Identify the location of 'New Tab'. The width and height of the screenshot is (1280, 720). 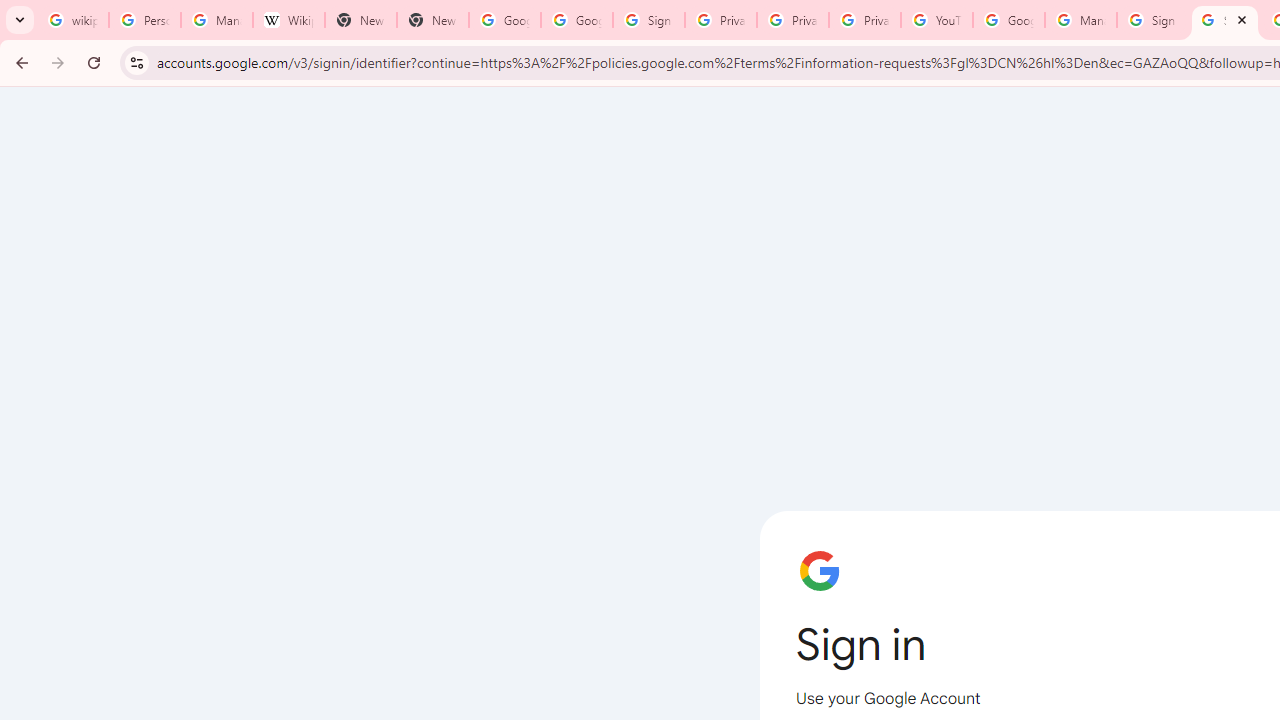
(360, 20).